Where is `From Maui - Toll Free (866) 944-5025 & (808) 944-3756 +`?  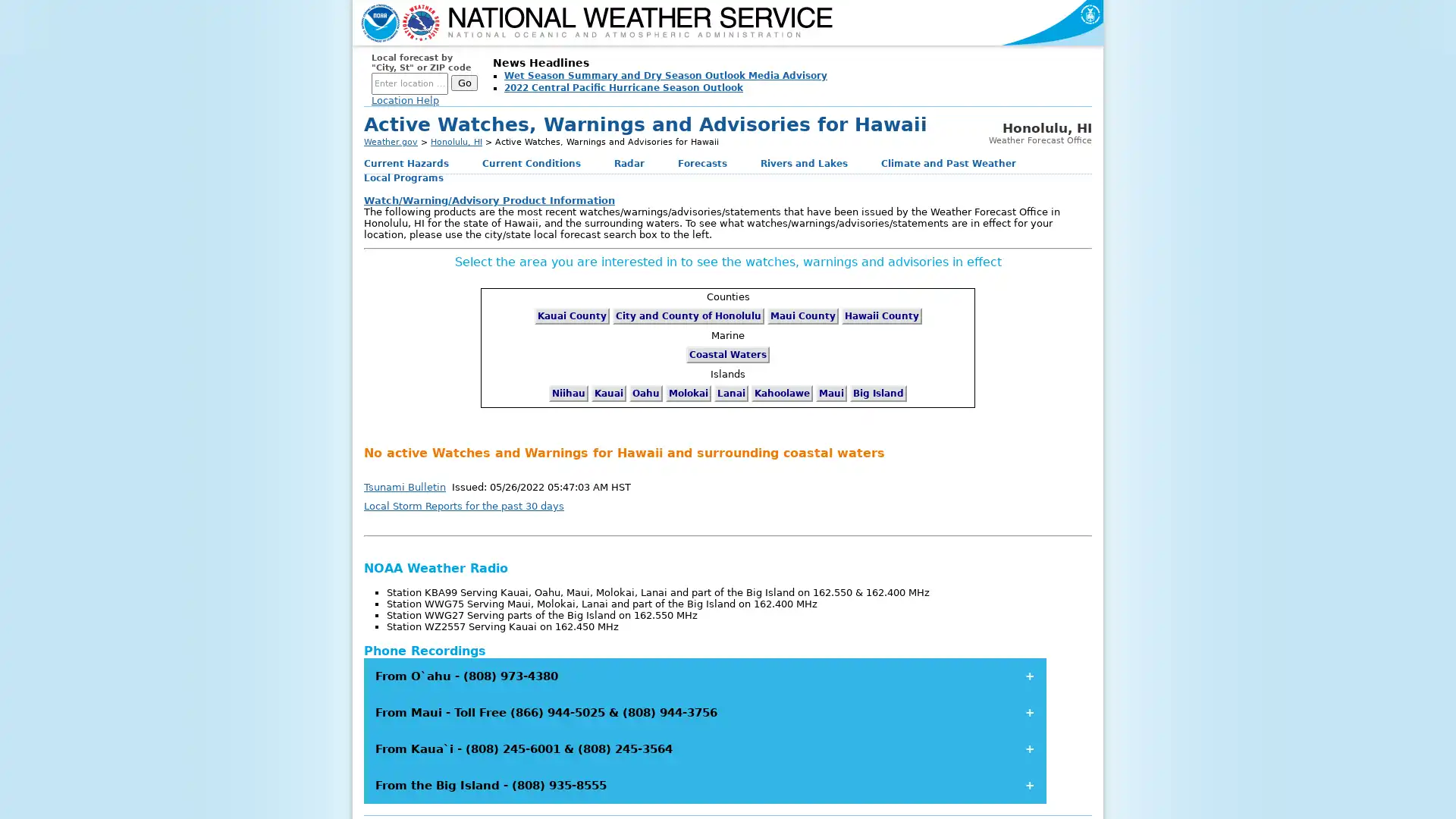 From Maui - Toll Free (866) 944-5025 & (808) 944-3756 + is located at coordinates (704, 711).